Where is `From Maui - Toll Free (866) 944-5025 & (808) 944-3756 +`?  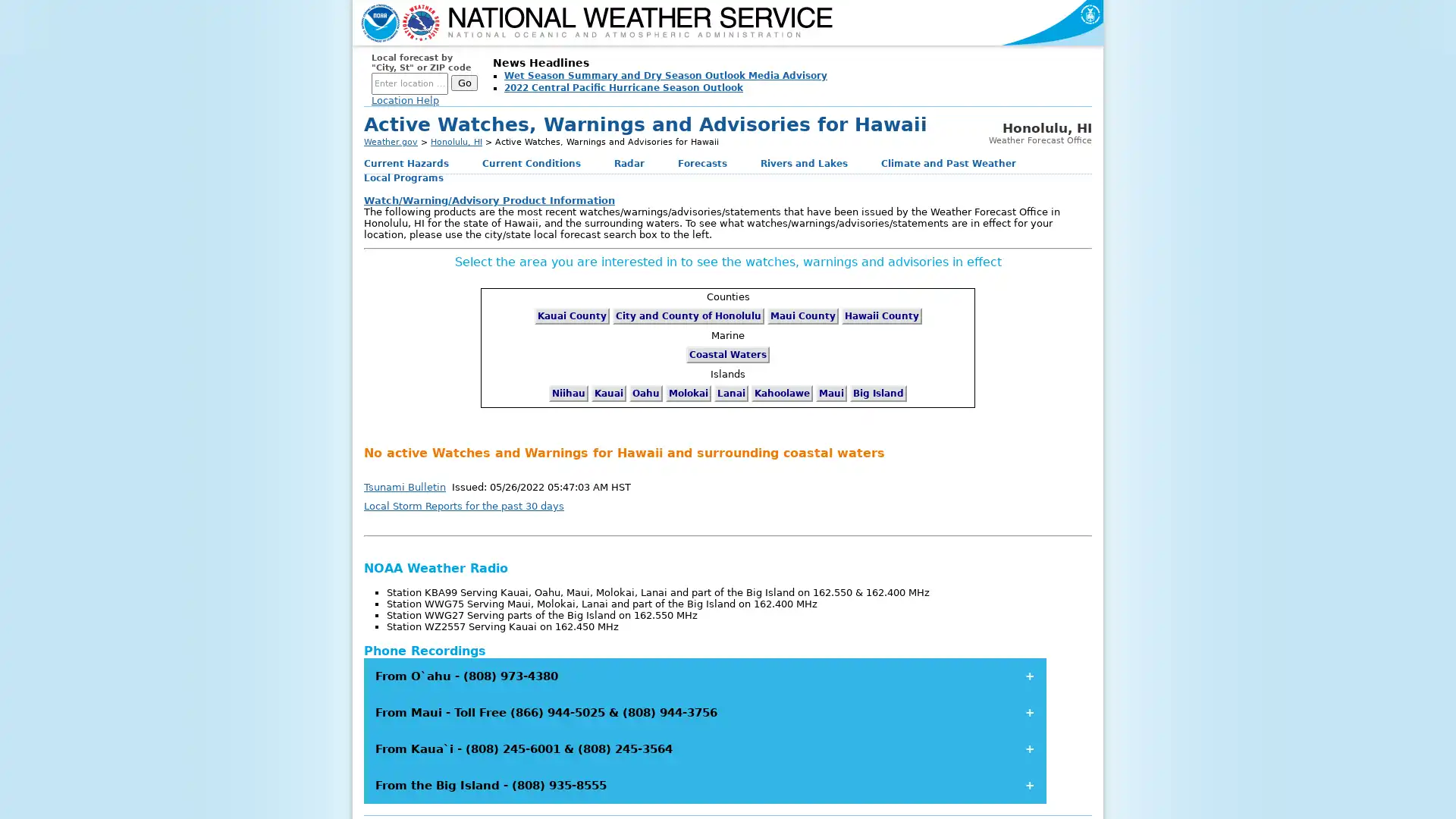 From Maui - Toll Free (866) 944-5025 & (808) 944-3756 + is located at coordinates (704, 711).